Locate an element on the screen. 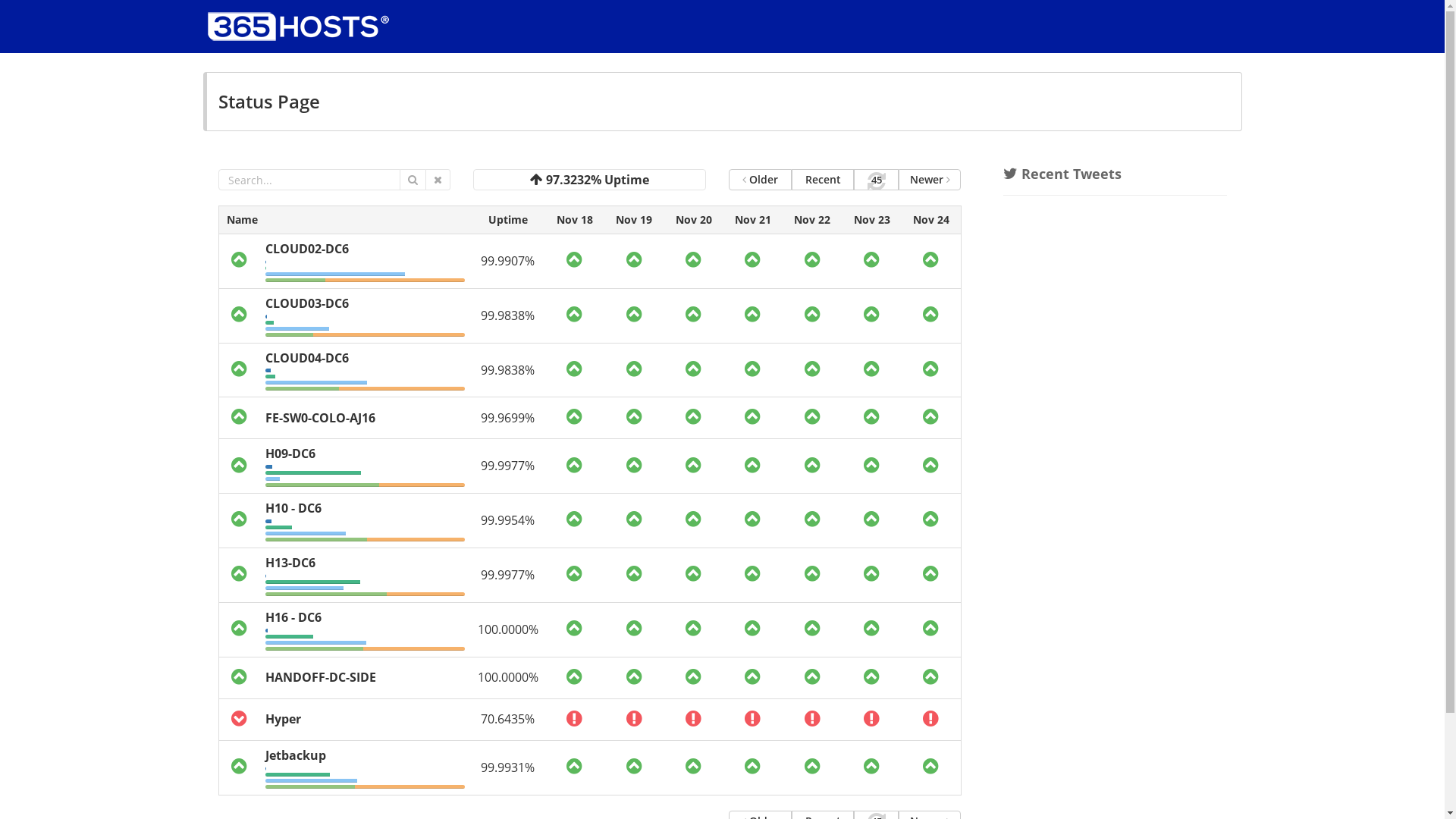  '99.9838%' is located at coordinates (479, 370).